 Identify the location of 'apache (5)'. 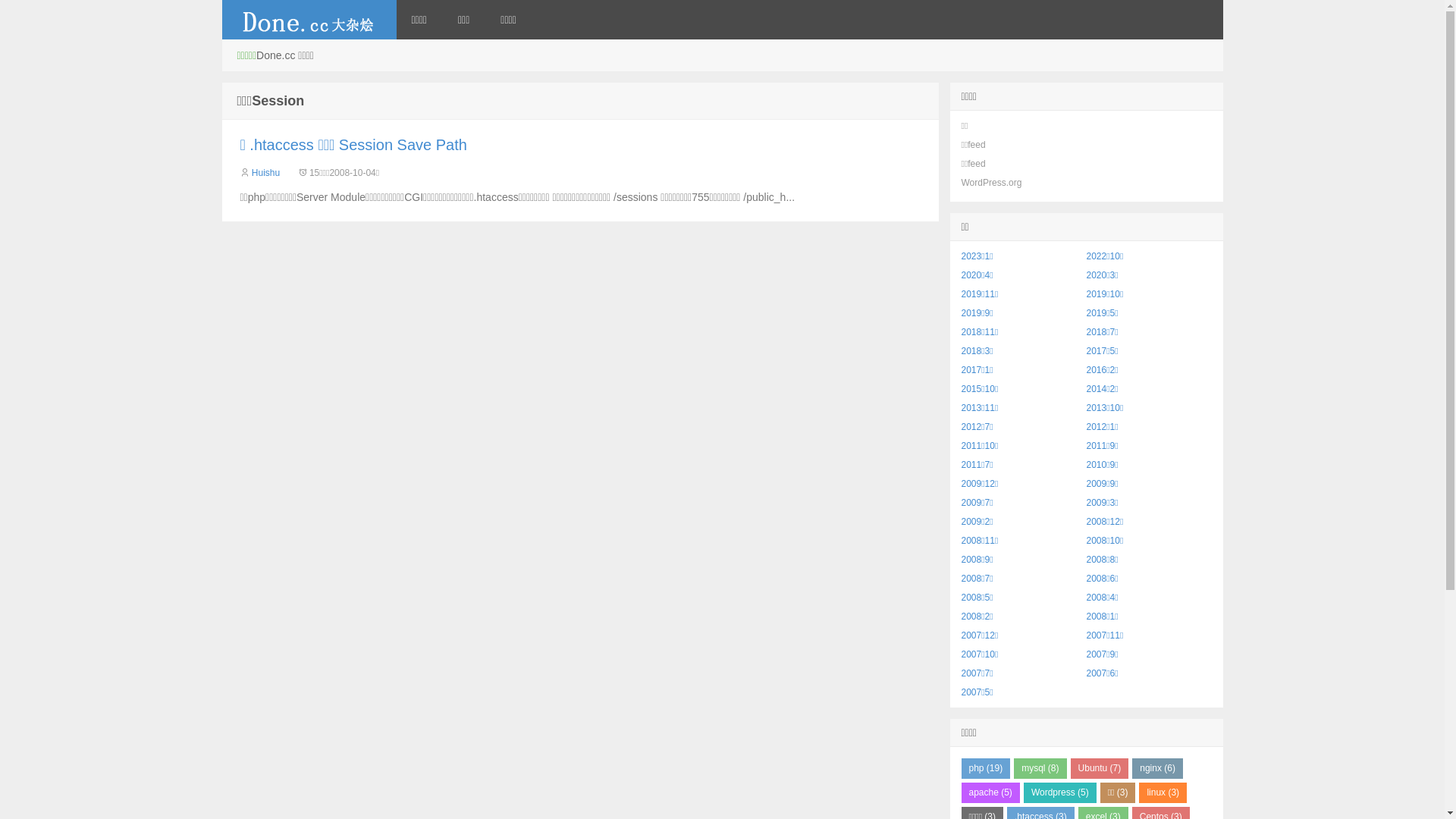
(990, 792).